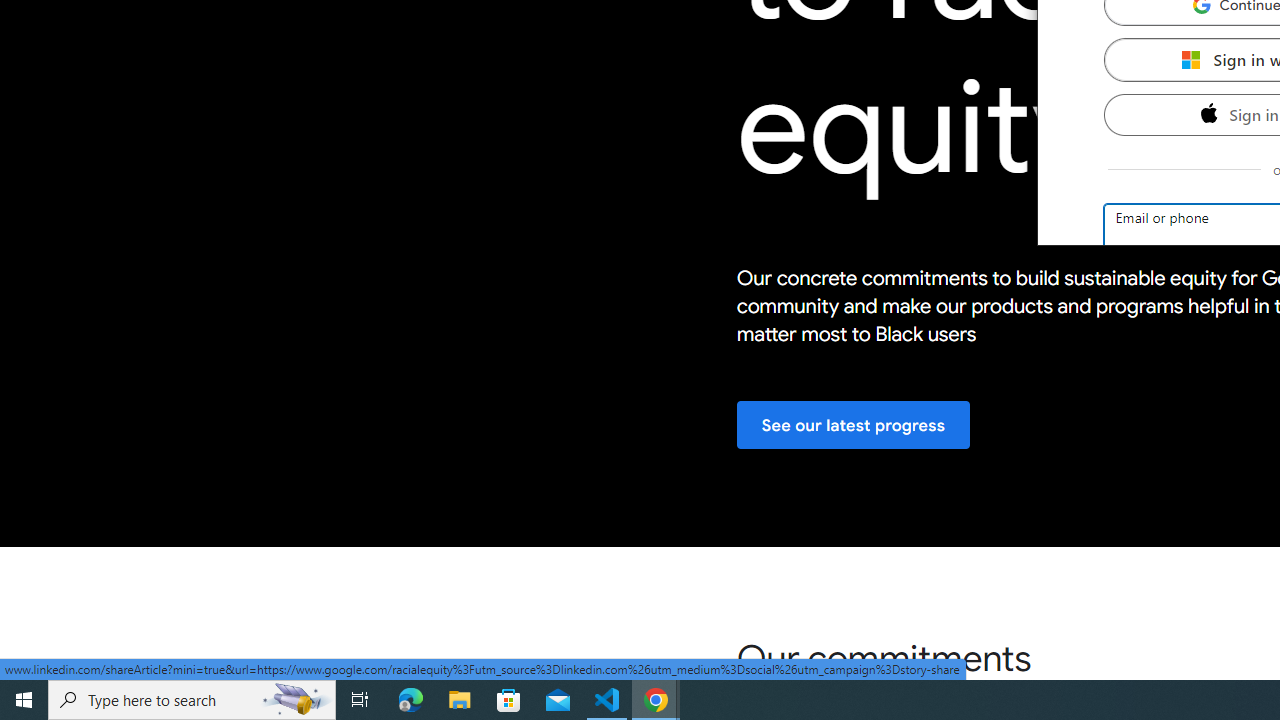 This screenshot has height=720, width=1280. What do you see at coordinates (410, 698) in the screenshot?
I see `'Microsoft Edge'` at bounding box center [410, 698].